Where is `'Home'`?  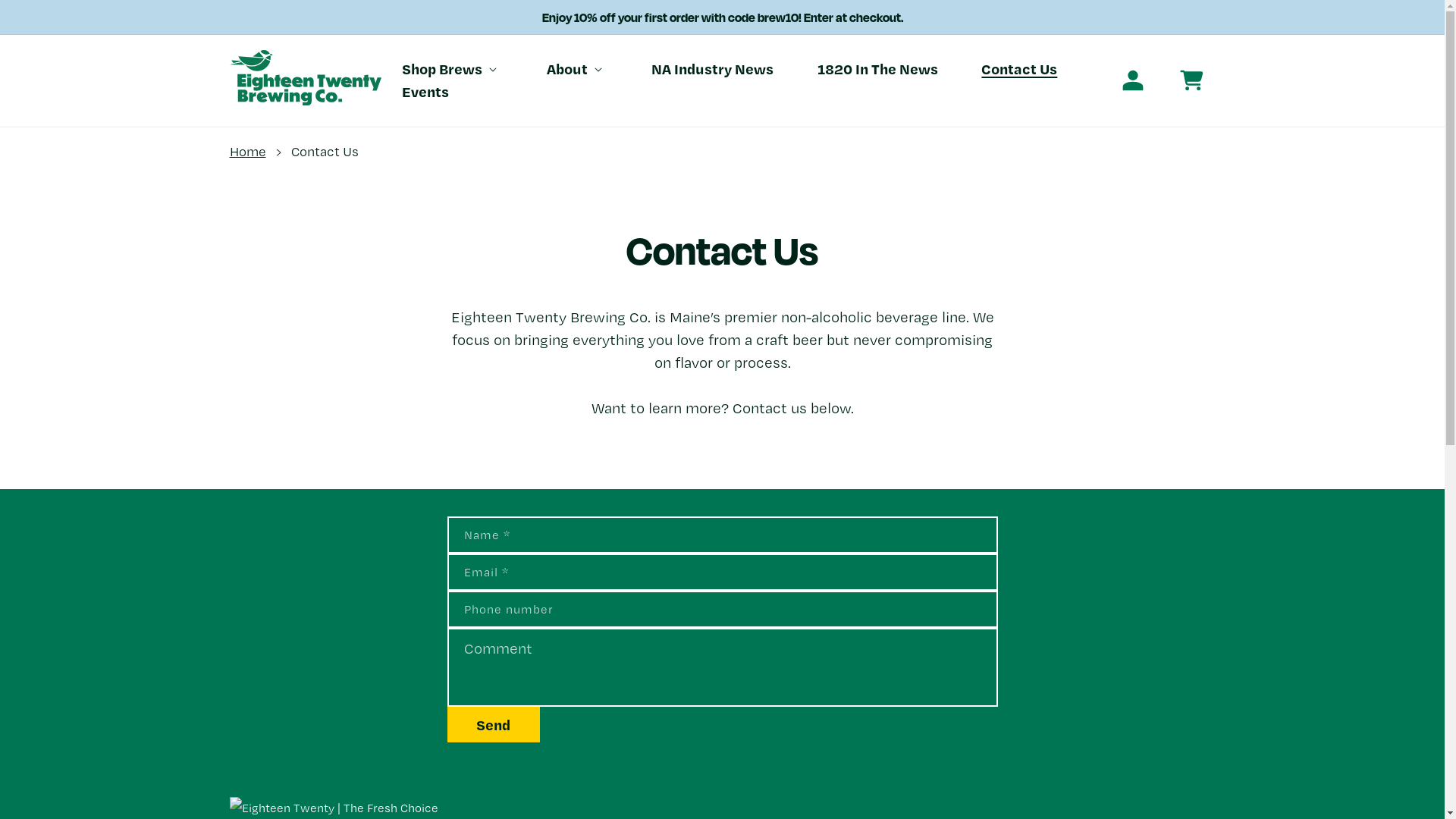
'Home' is located at coordinates (228, 151).